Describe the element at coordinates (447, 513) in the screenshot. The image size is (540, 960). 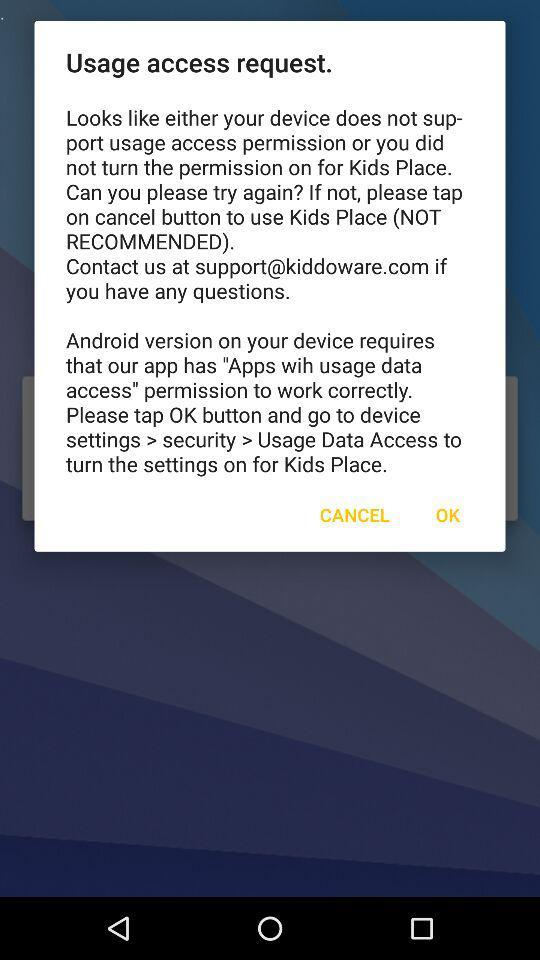
I see `ok on the right` at that location.